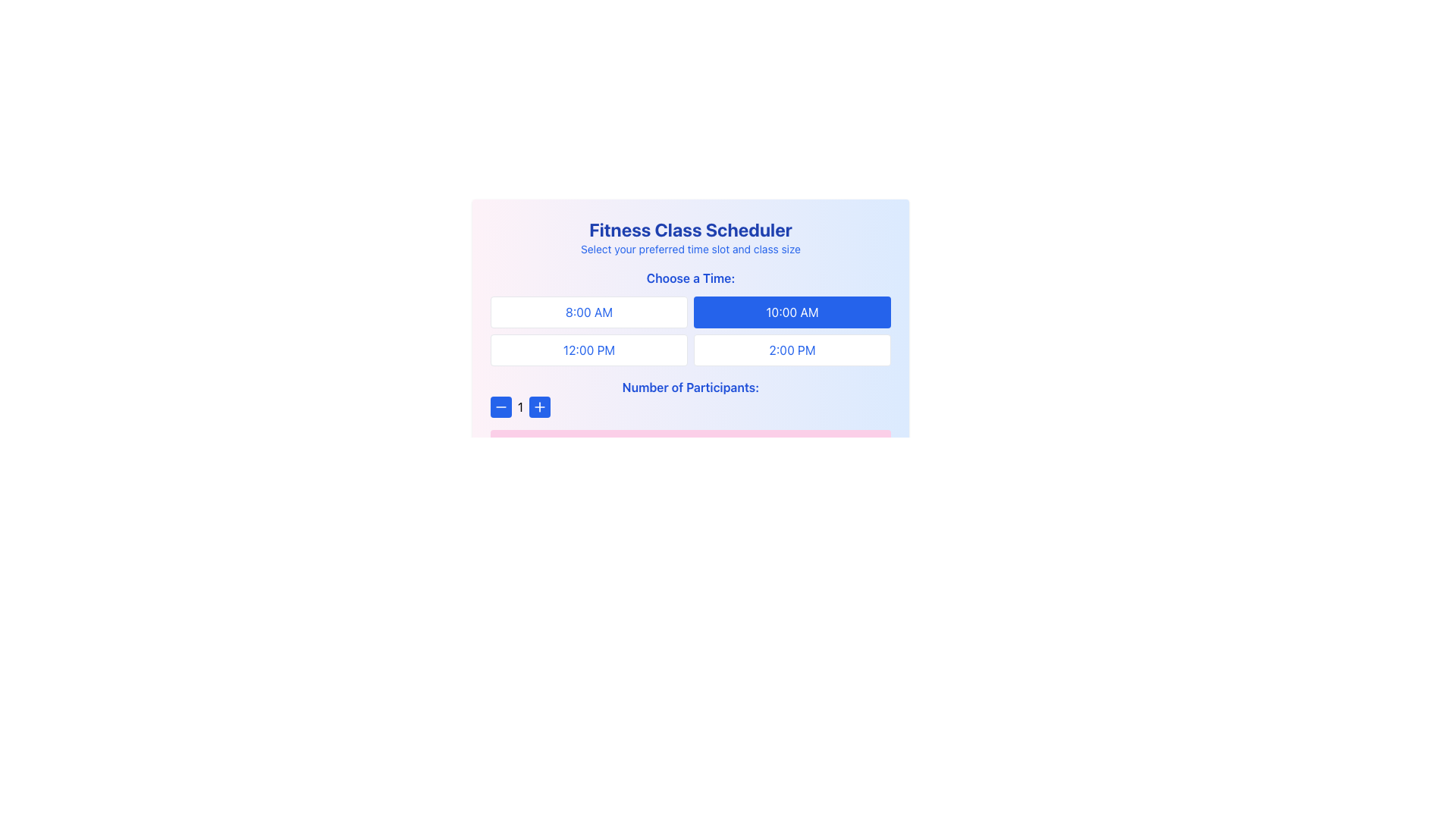  I want to click on the button for selecting the time slot (2:00 PM) located in the bottom-right cell of the grid under the 'Choose a Time:' heading, so click(792, 350).